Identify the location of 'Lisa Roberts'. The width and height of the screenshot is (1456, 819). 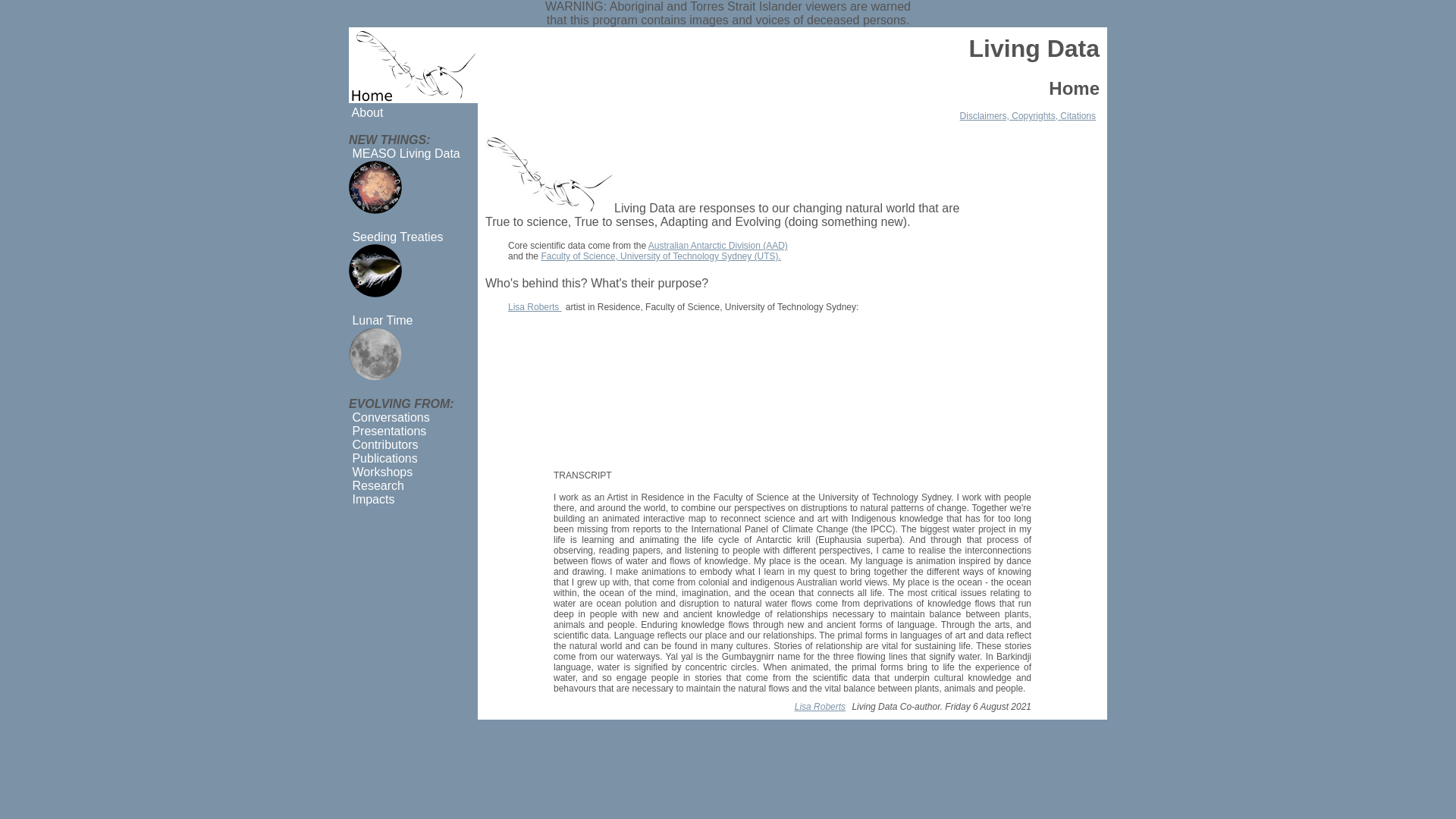
(537, 307).